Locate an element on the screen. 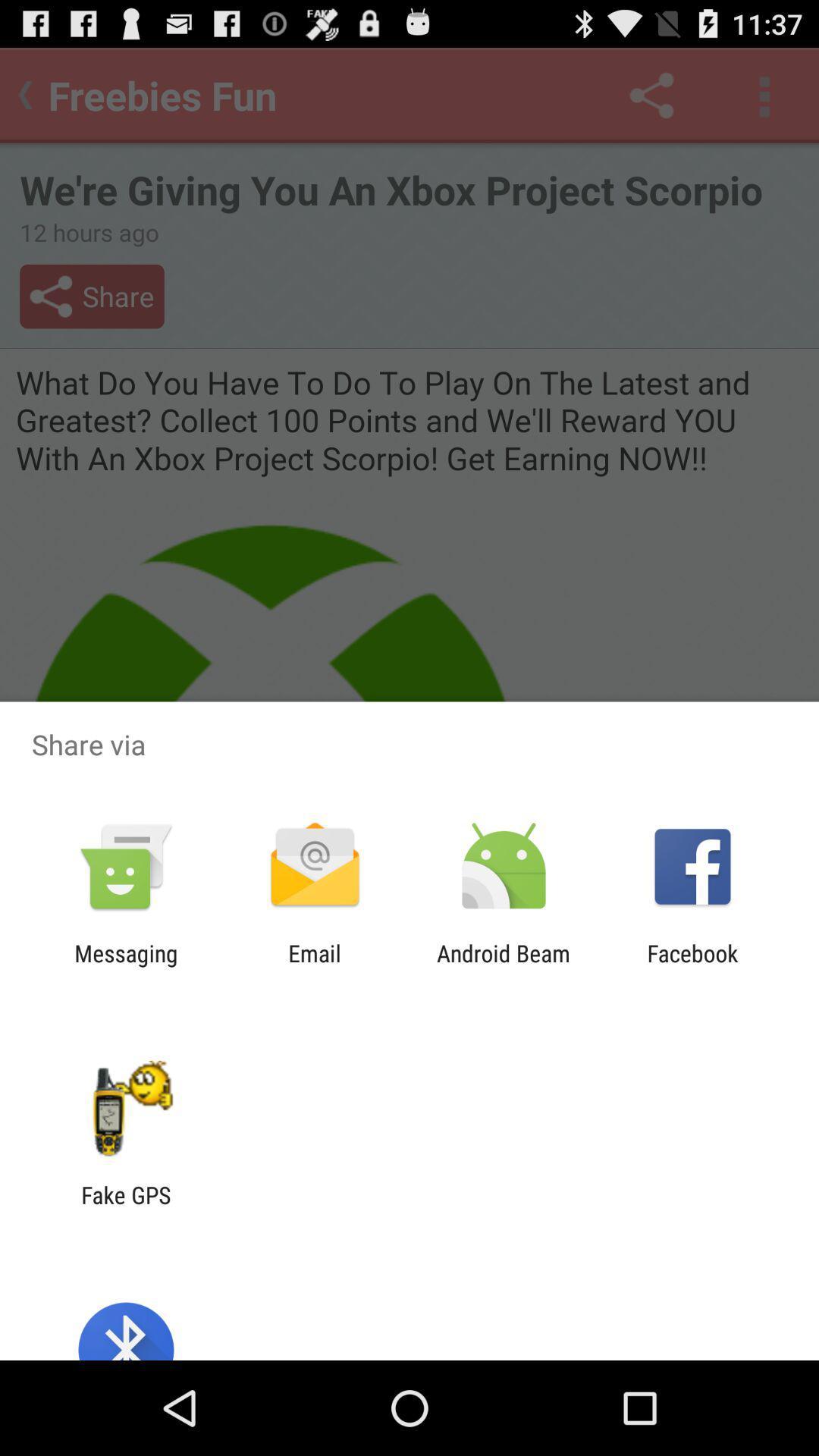  the icon next to the messaging is located at coordinates (314, 966).